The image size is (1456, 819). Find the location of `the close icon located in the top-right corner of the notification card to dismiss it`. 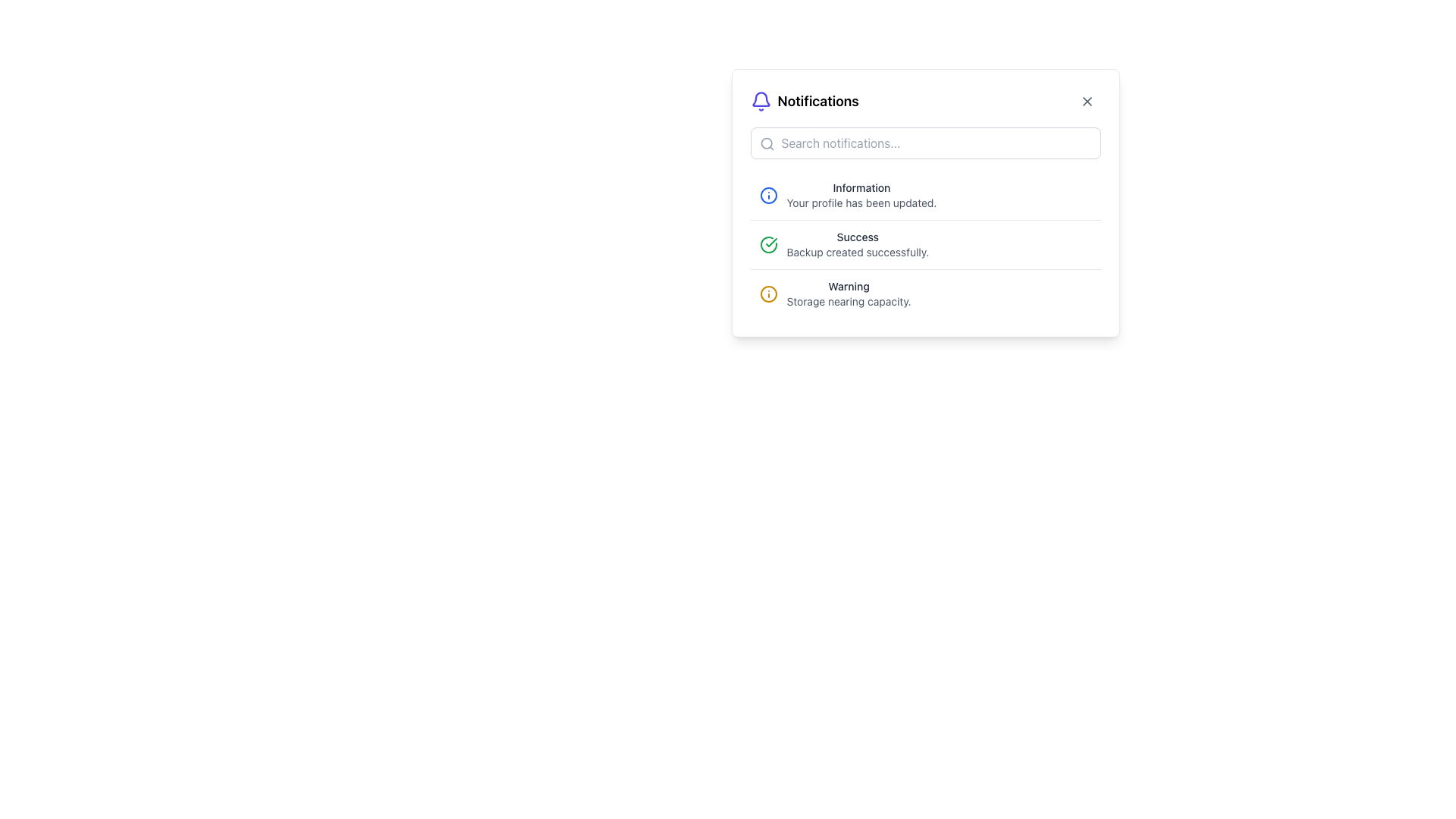

the close icon located in the top-right corner of the notification card to dismiss it is located at coordinates (1086, 102).